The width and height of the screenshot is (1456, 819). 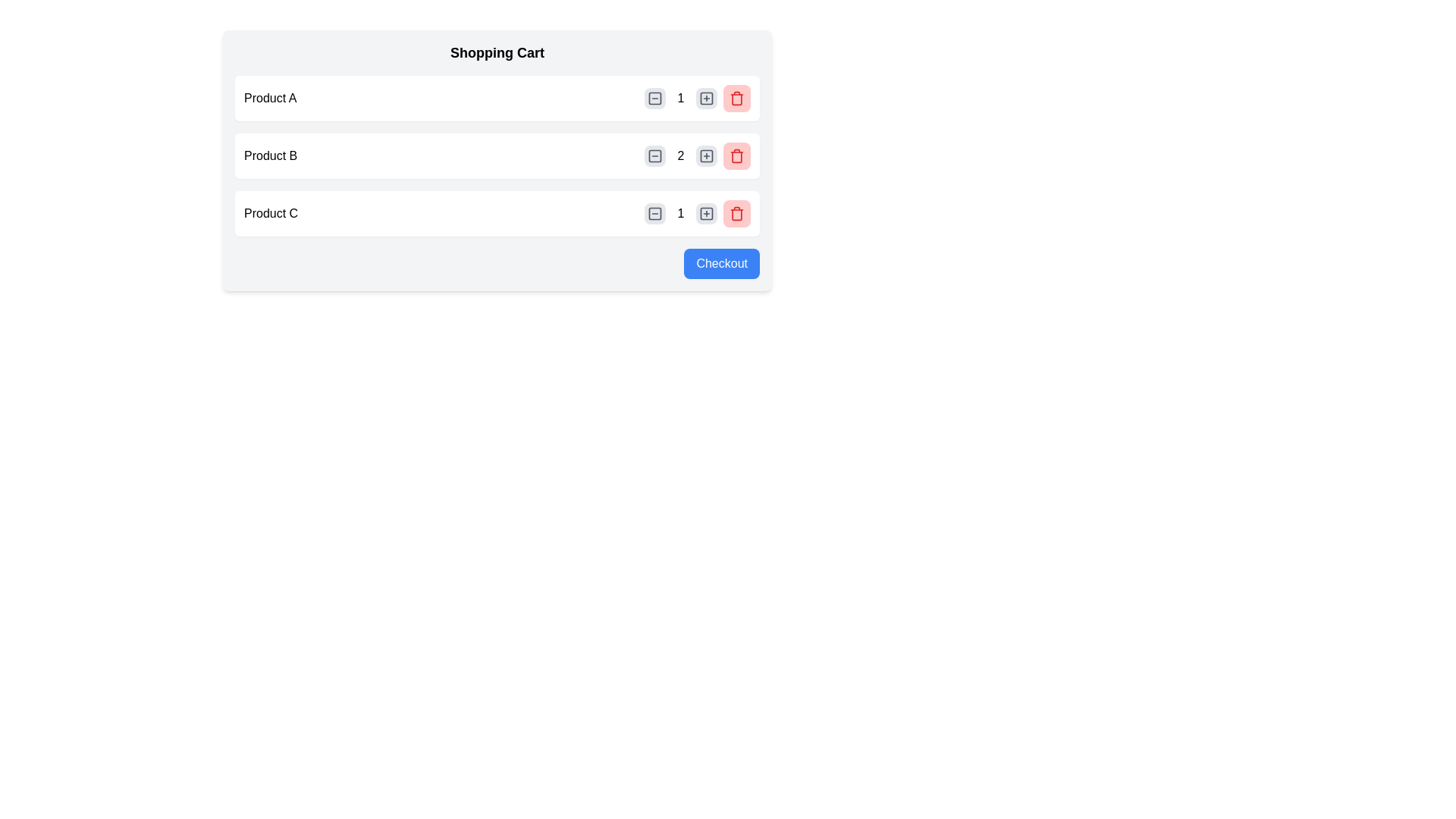 What do you see at coordinates (497, 155) in the screenshot?
I see `the 'Product B' entry in the shopping cart` at bounding box center [497, 155].